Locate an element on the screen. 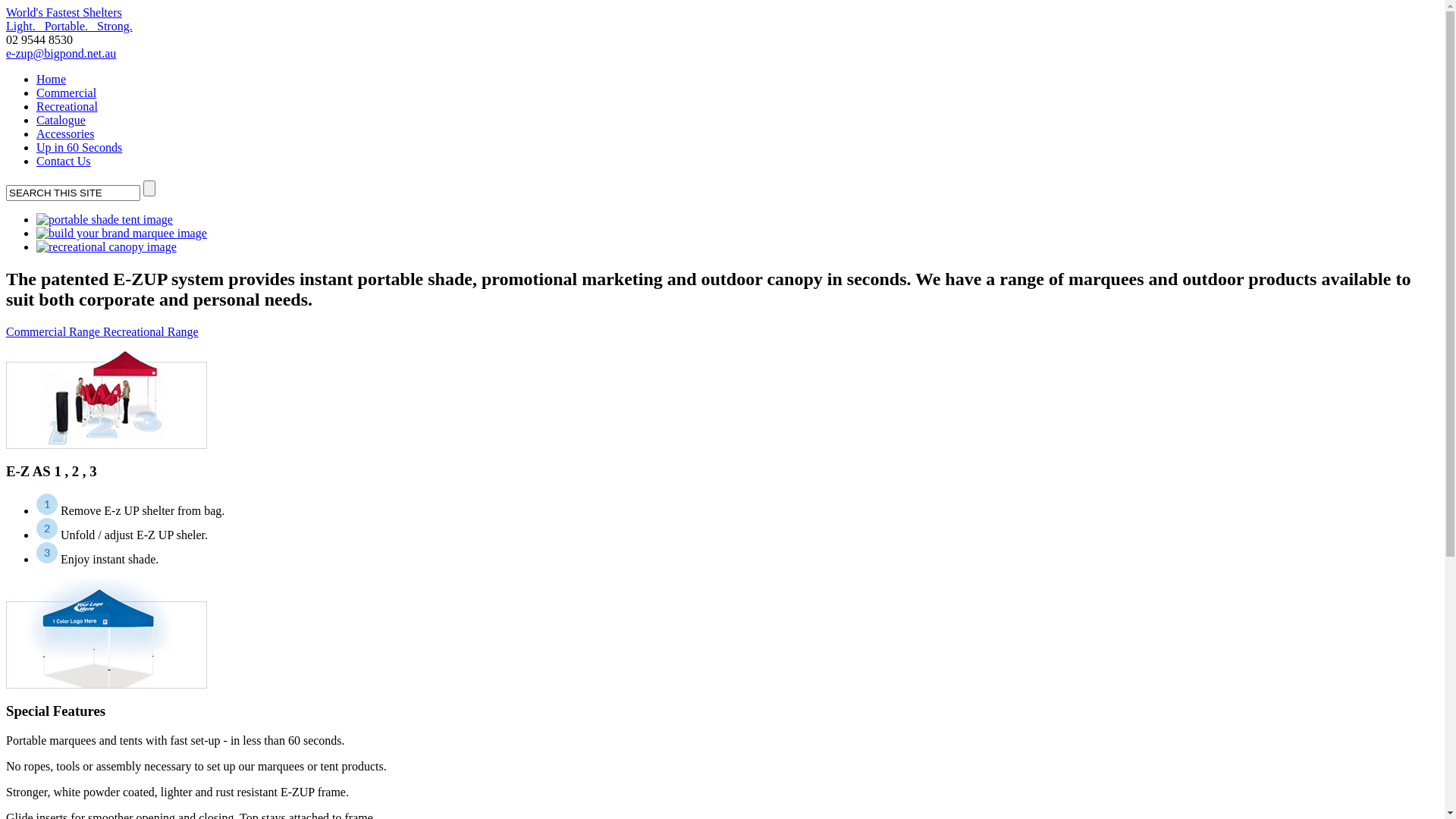  'Recreational Range' is located at coordinates (150, 331).